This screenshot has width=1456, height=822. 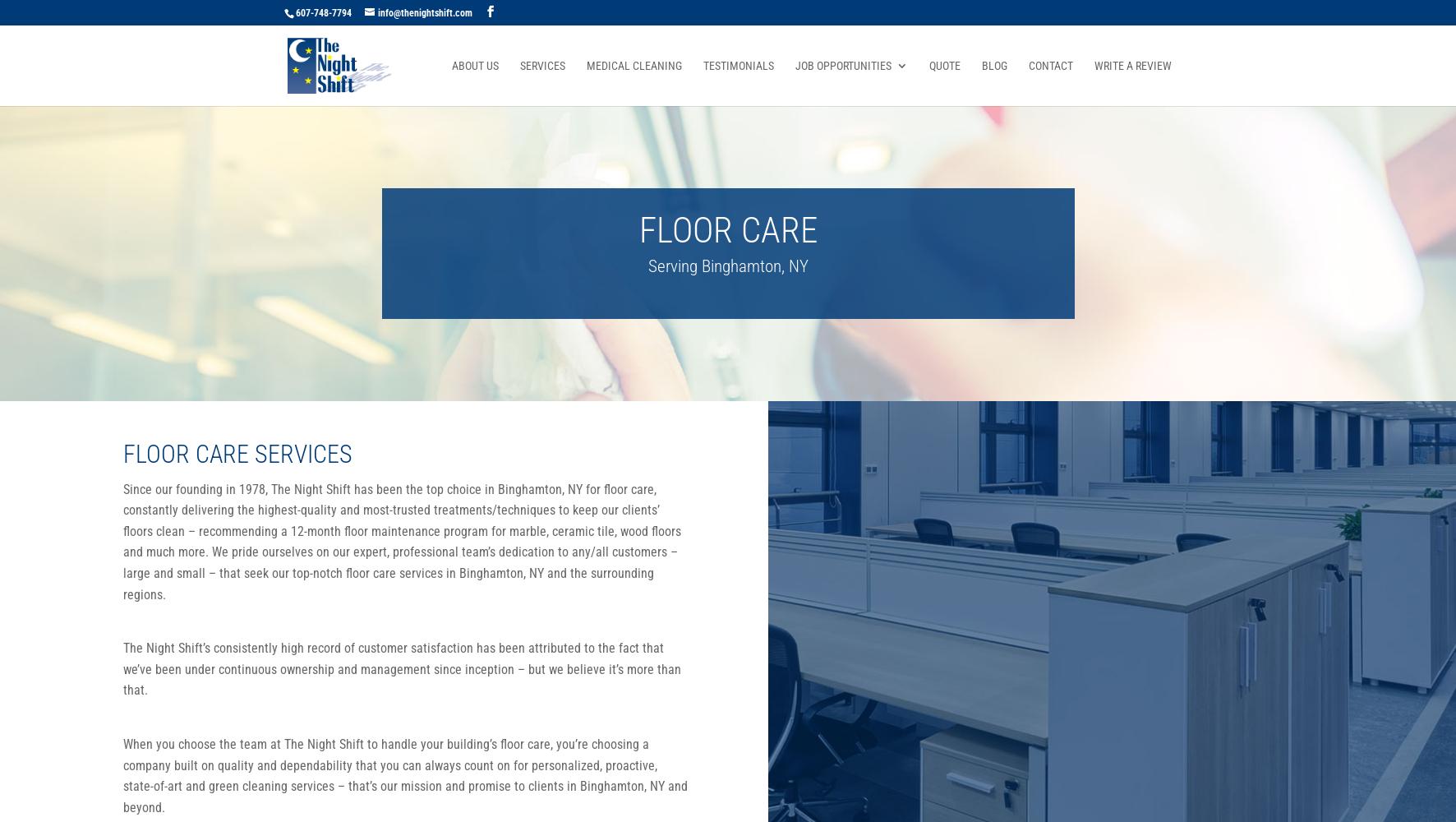 I want to click on 'When you choose the team at The Night Shift to handle your building’s floor care, you’re choosing a company built on quality and dependability that you can always count on for personalized, proactive, state-of-art and green cleaning services – that’s our mission and promise to clients in Binghamton, NY and beyond.', so click(x=404, y=774).